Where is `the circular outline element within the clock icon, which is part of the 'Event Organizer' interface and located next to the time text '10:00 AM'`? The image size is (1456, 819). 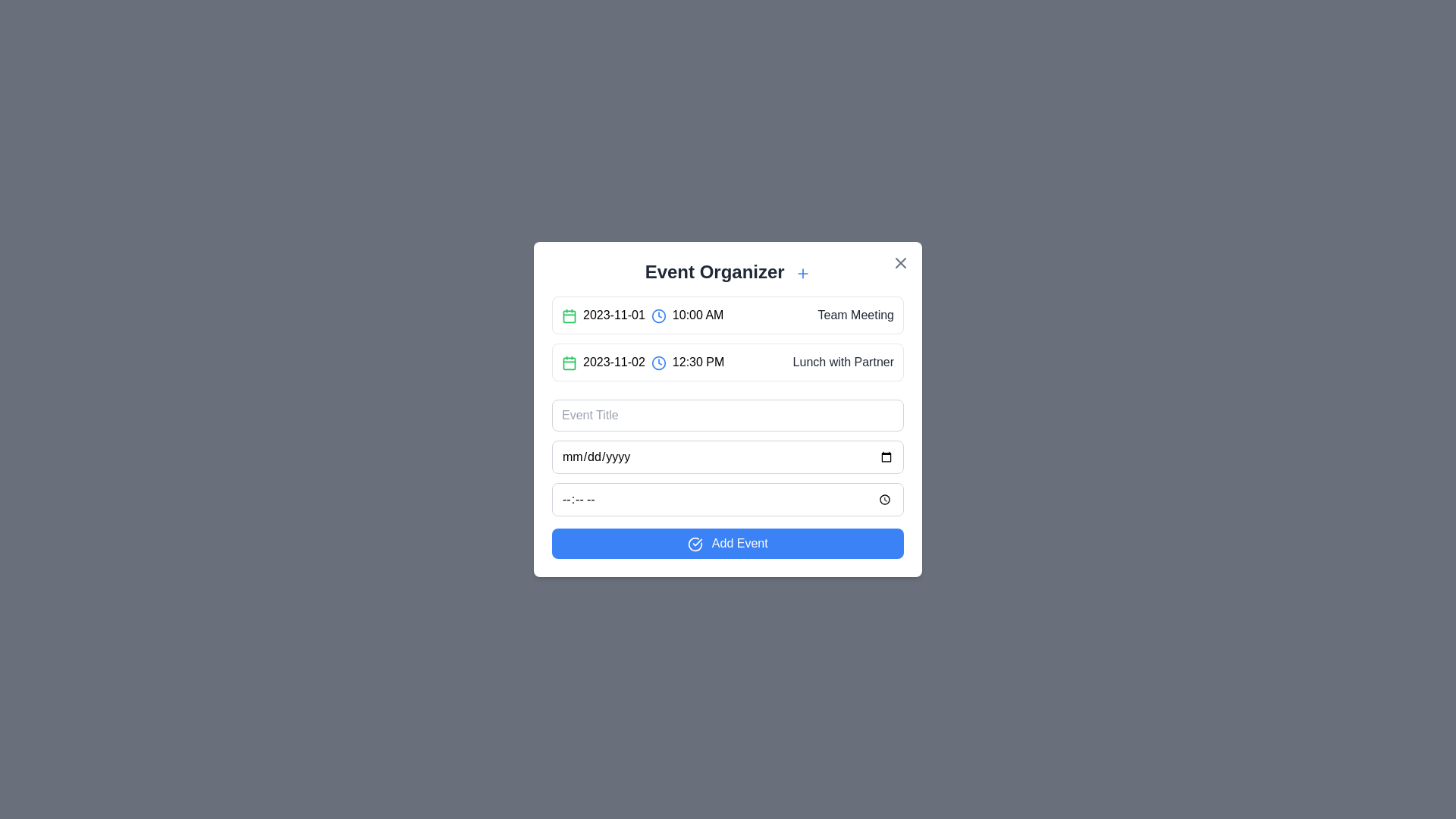 the circular outline element within the clock icon, which is part of the 'Event Organizer' interface and located next to the time text '10:00 AM' is located at coordinates (658, 315).